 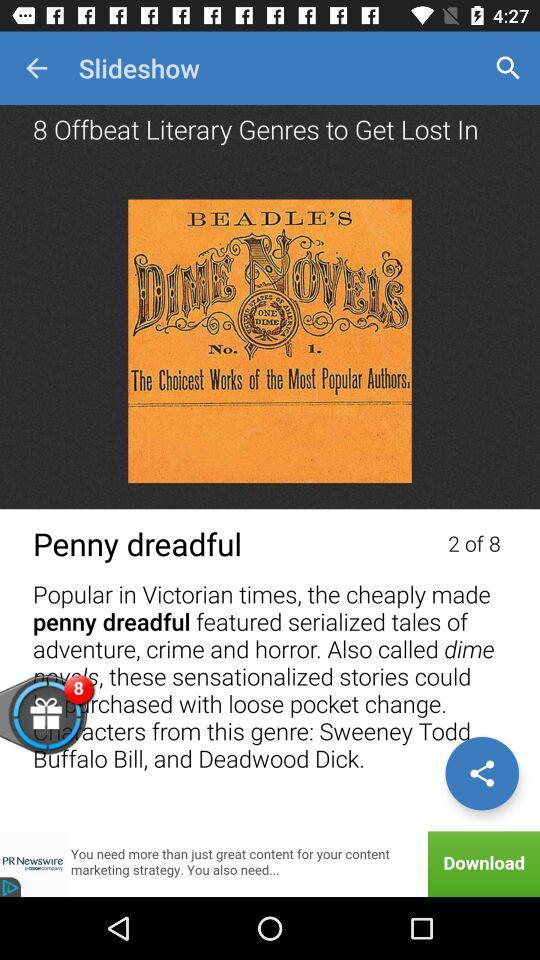 What do you see at coordinates (481, 772) in the screenshot?
I see `share the article` at bounding box center [481, 772].